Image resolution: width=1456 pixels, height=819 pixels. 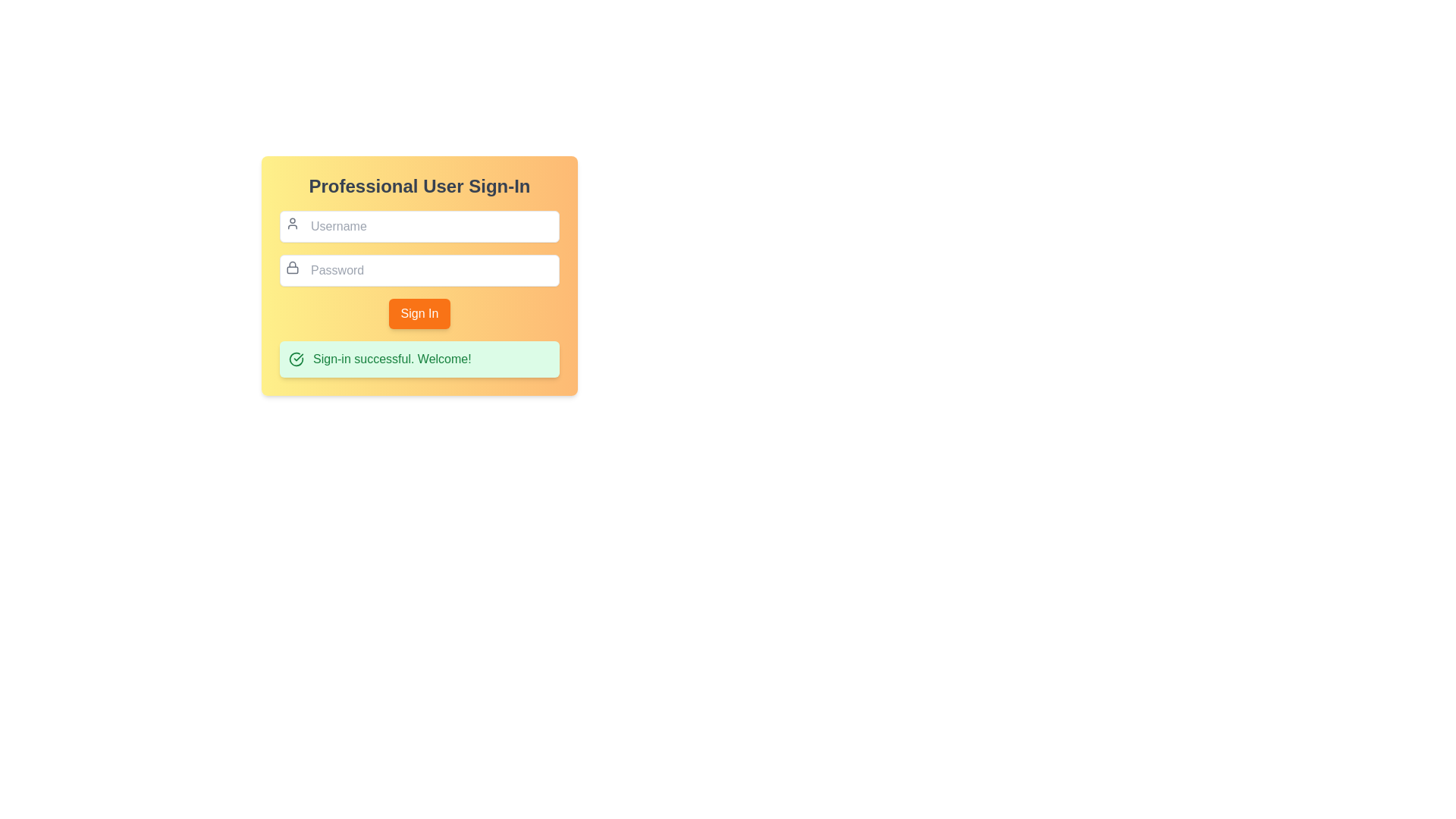 I want to click on message from the green notification box that says 'Sign-in successful. Welcome!', so click(x=419, y=359).